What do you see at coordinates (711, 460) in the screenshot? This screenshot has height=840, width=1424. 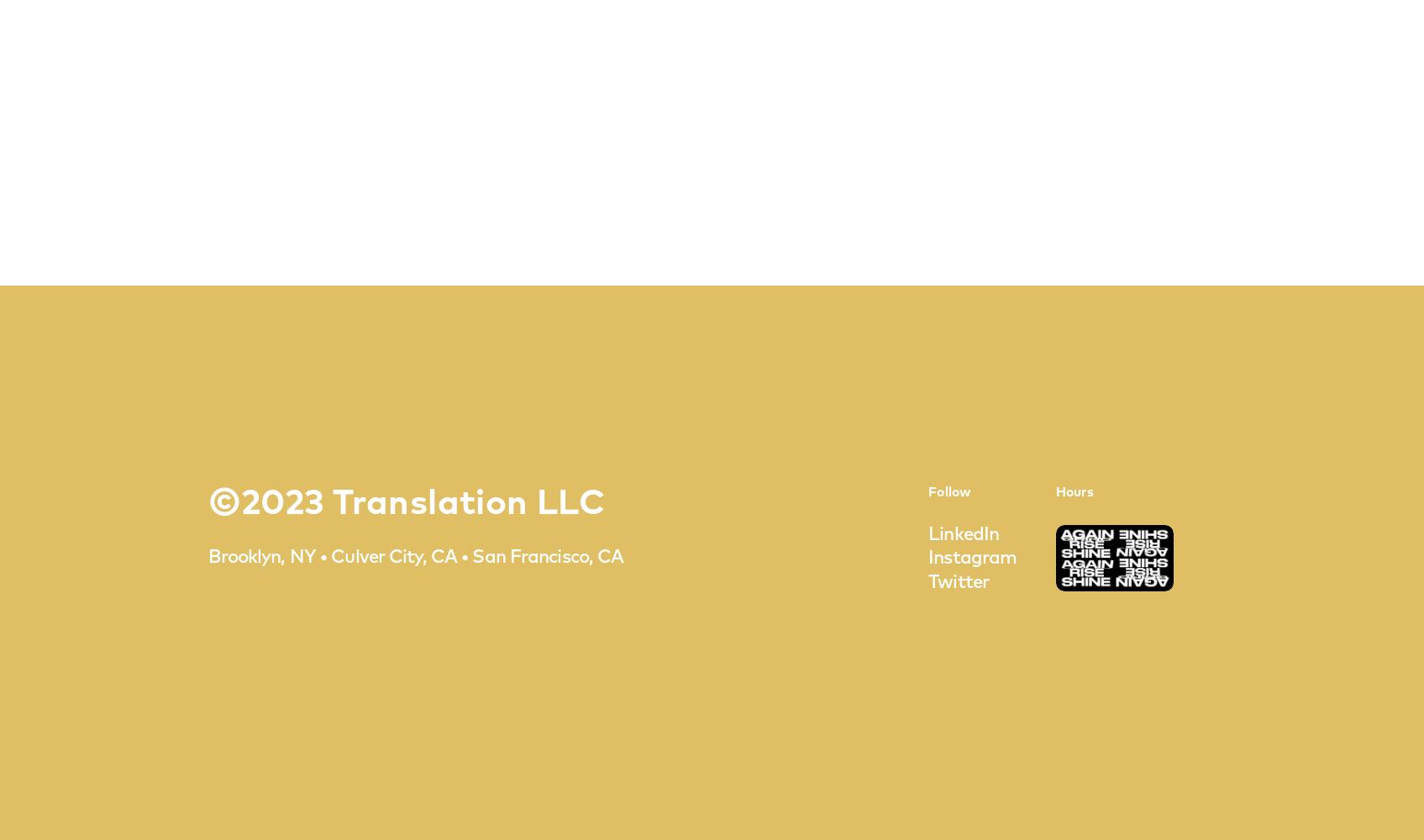 I see `'CONTACT US'` at bounding box center [711, 460].